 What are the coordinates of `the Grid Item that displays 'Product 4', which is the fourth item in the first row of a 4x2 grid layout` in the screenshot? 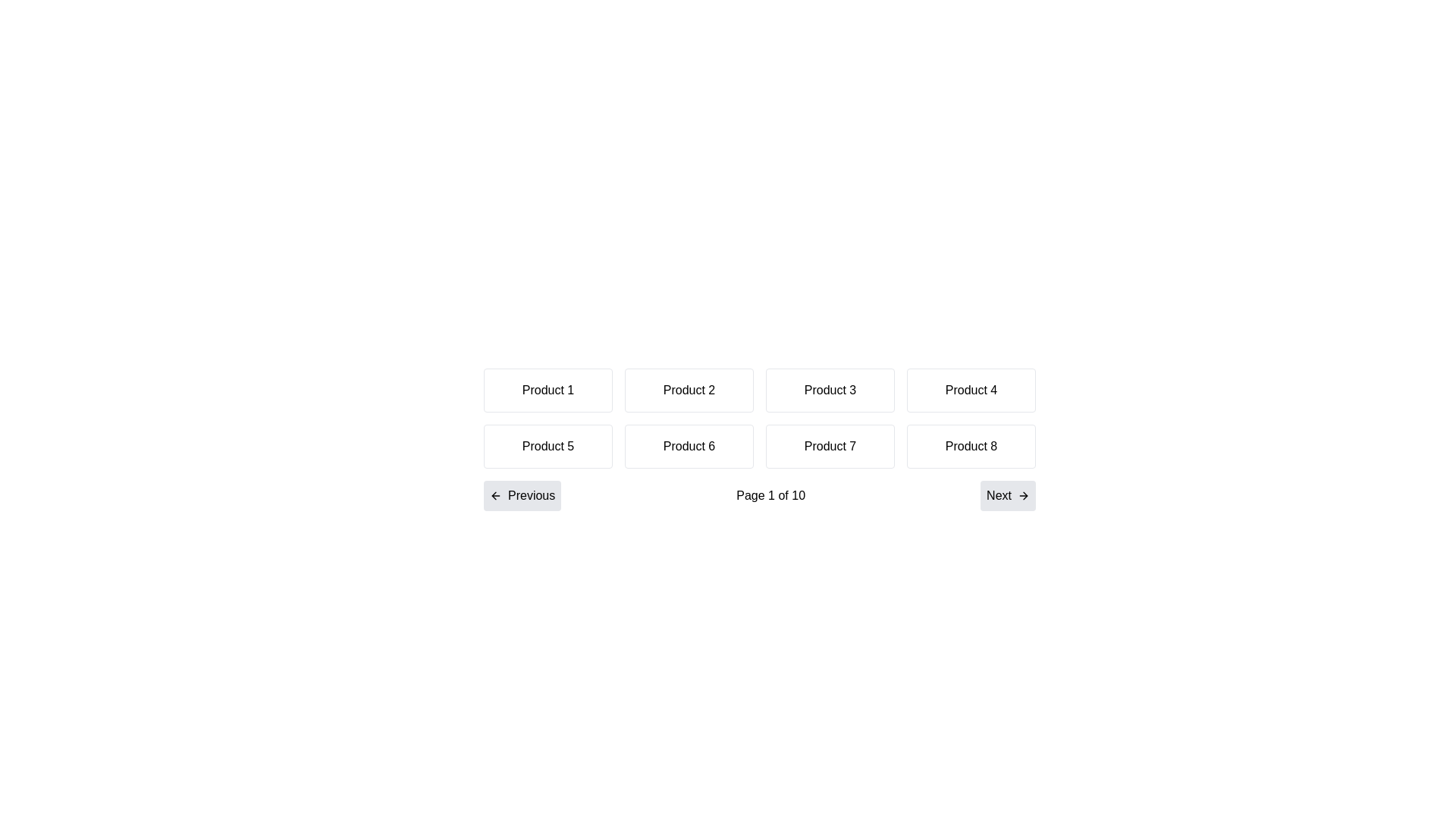 It's located at (971, 390).